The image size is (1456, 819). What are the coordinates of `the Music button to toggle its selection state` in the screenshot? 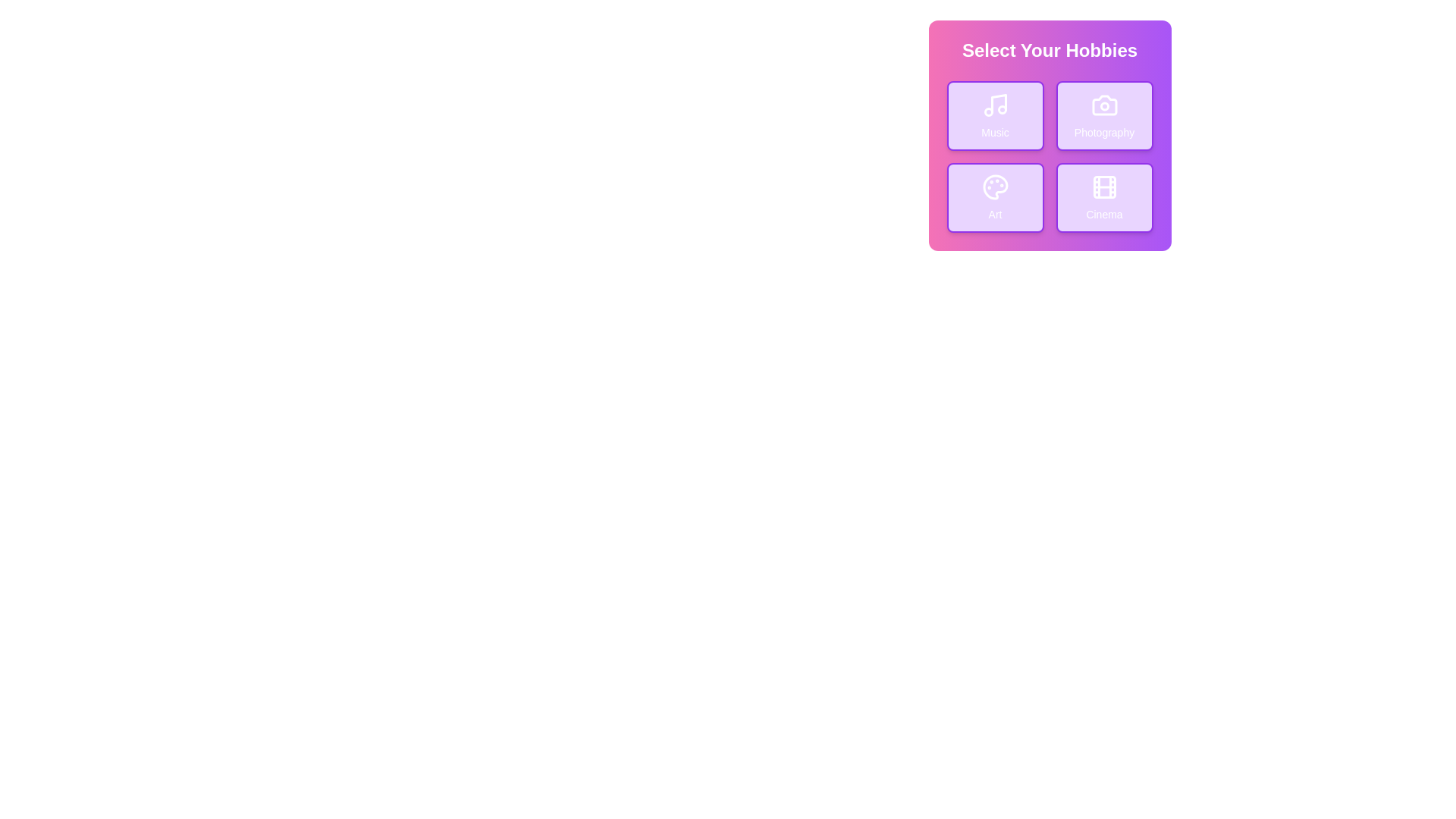 It's located at (995, 115).